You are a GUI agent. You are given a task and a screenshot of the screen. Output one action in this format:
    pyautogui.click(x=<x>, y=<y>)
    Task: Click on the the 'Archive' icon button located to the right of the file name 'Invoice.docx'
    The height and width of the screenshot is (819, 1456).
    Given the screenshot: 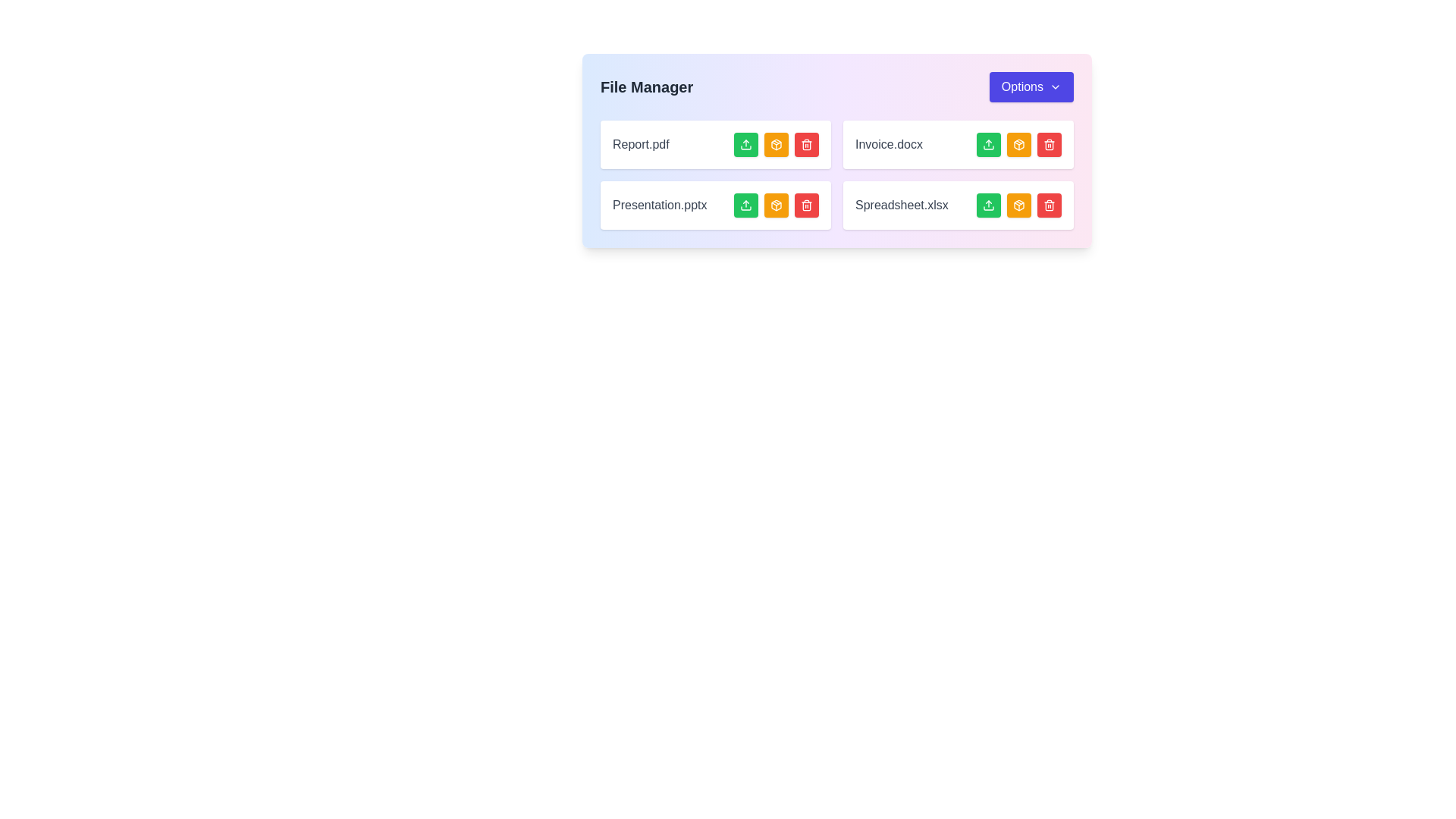 What is the action you would take?
    pyautogui.click(x=1019, y=145)
    